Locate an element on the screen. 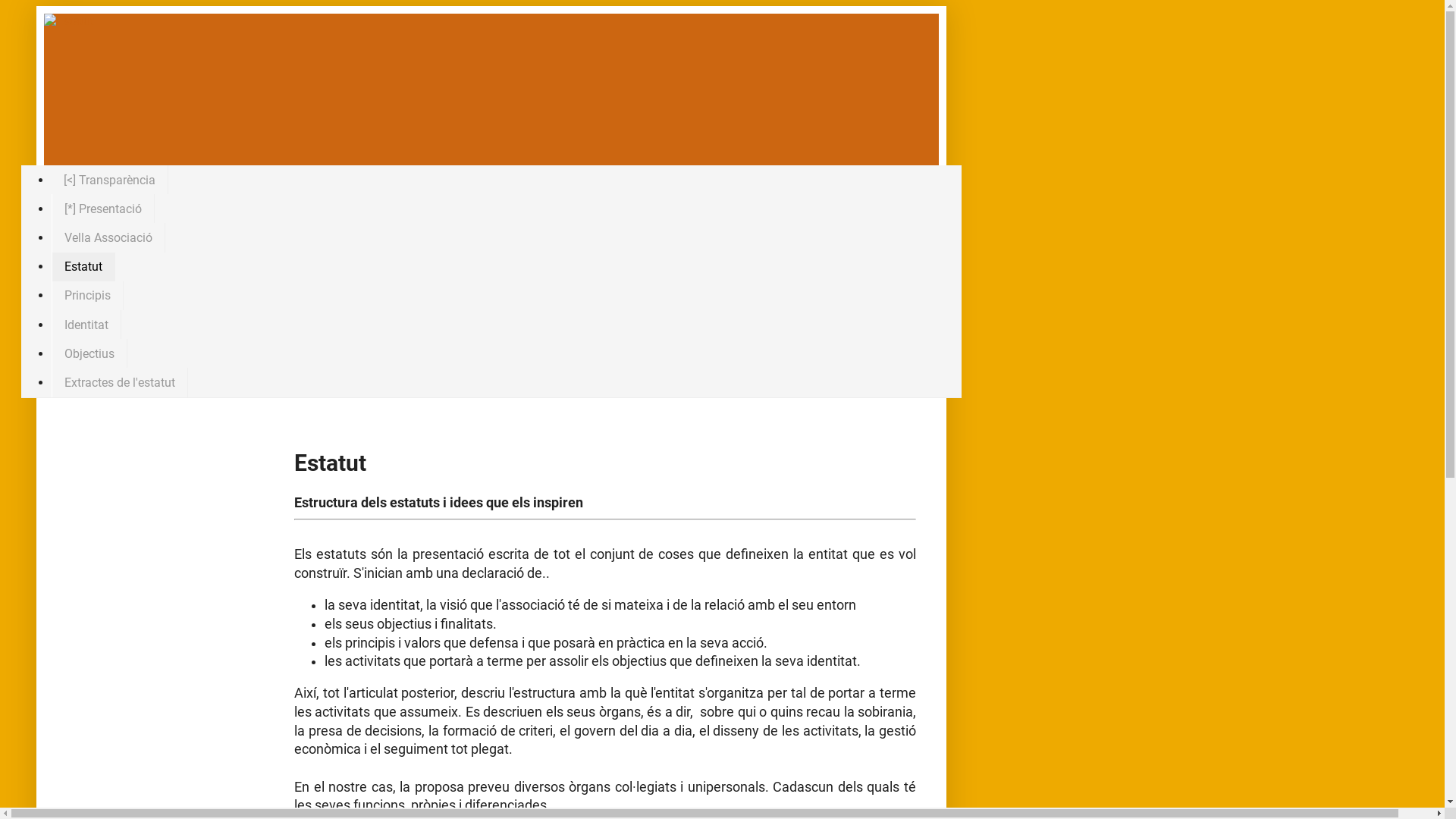 The height and width of the screenshot is (819, 1456). 'Objectius' is located at coordinates (89, 353).